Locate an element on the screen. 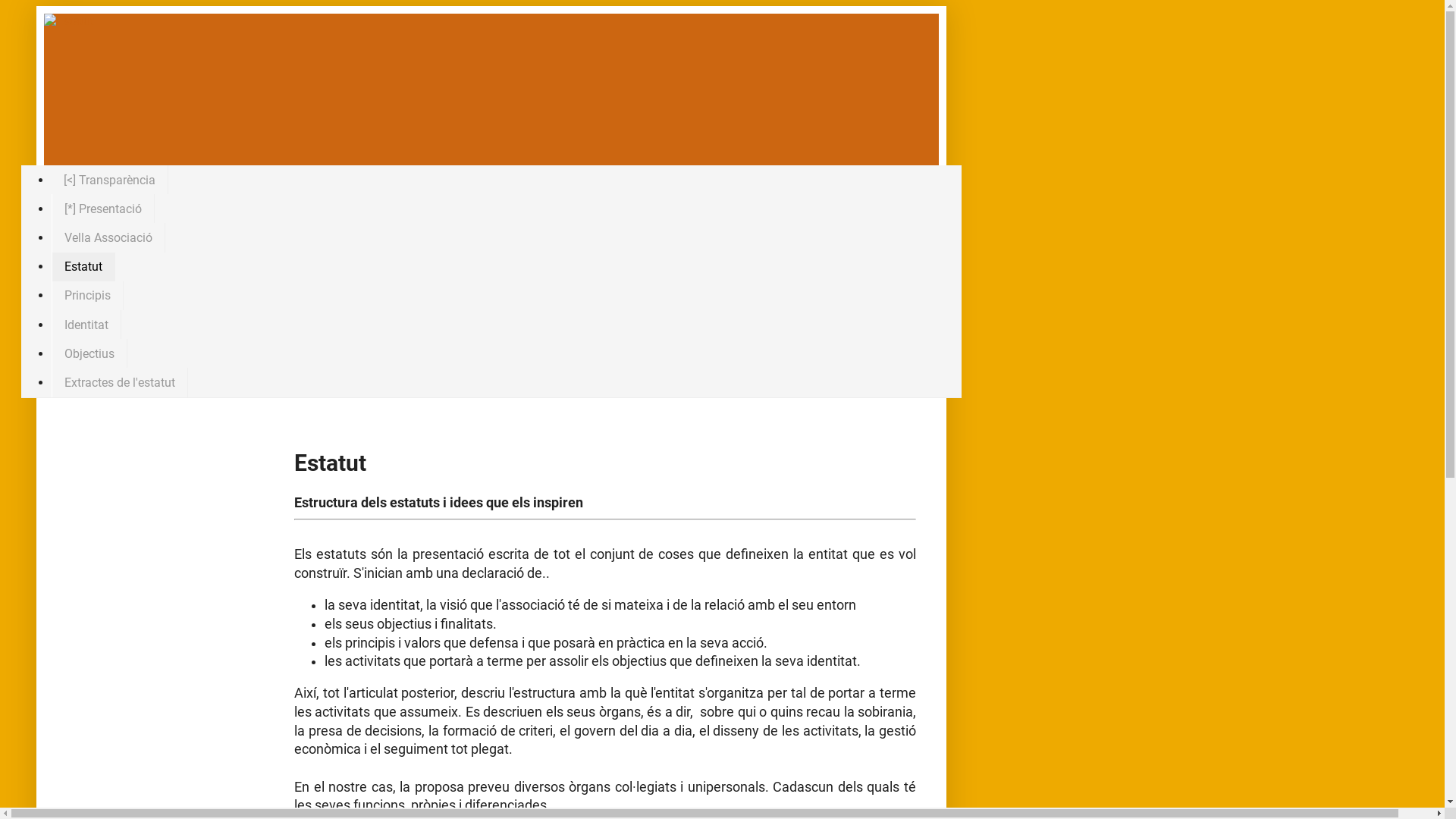 The height and width of the screenshot is (819, 1456). 'Objectius' is located at coordinates (89, 353).